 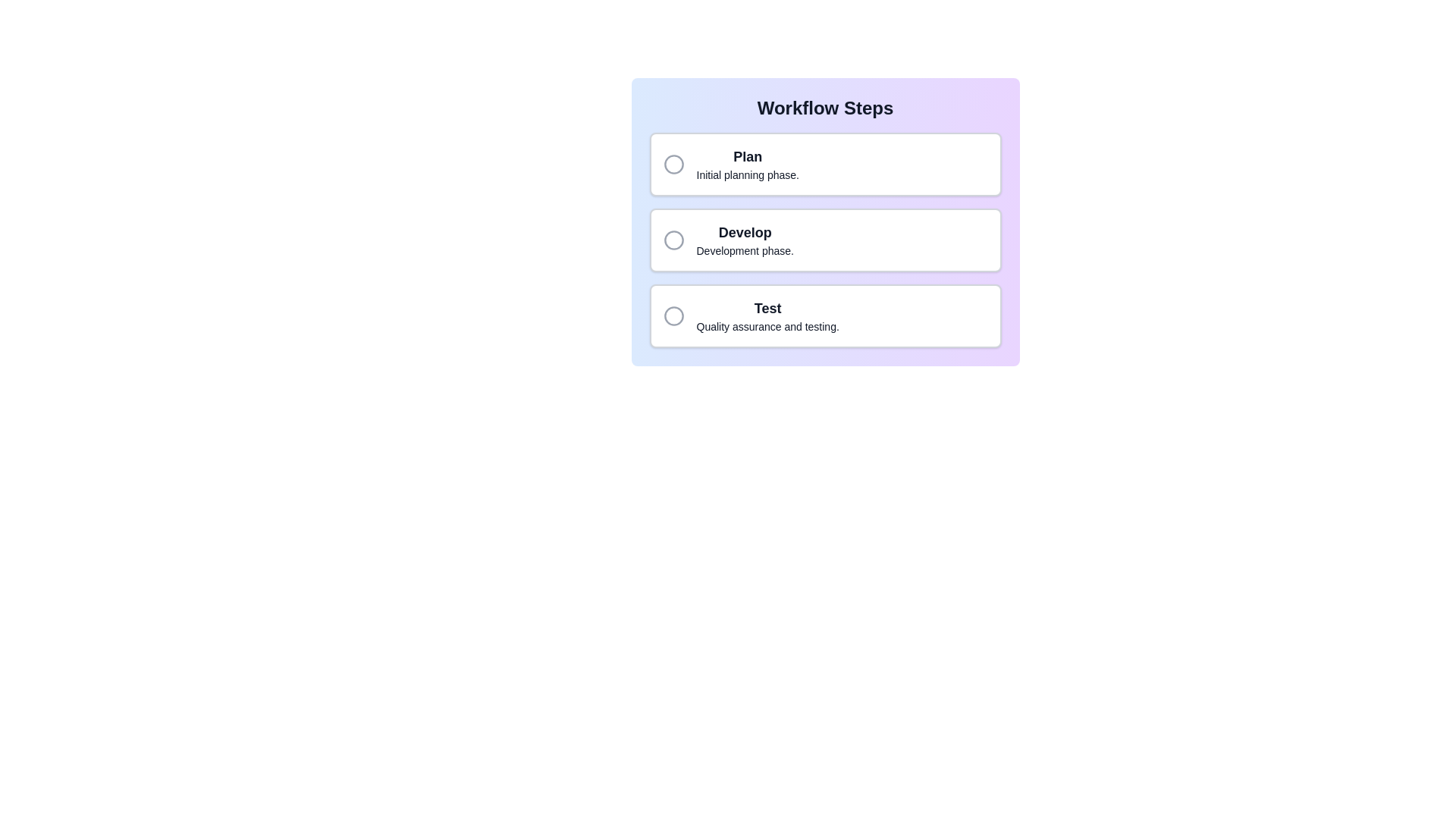 I want to click on the radio button icon representing the 'Develop' step in the 'Workflow Steps' section, so click(x=673, y=239).